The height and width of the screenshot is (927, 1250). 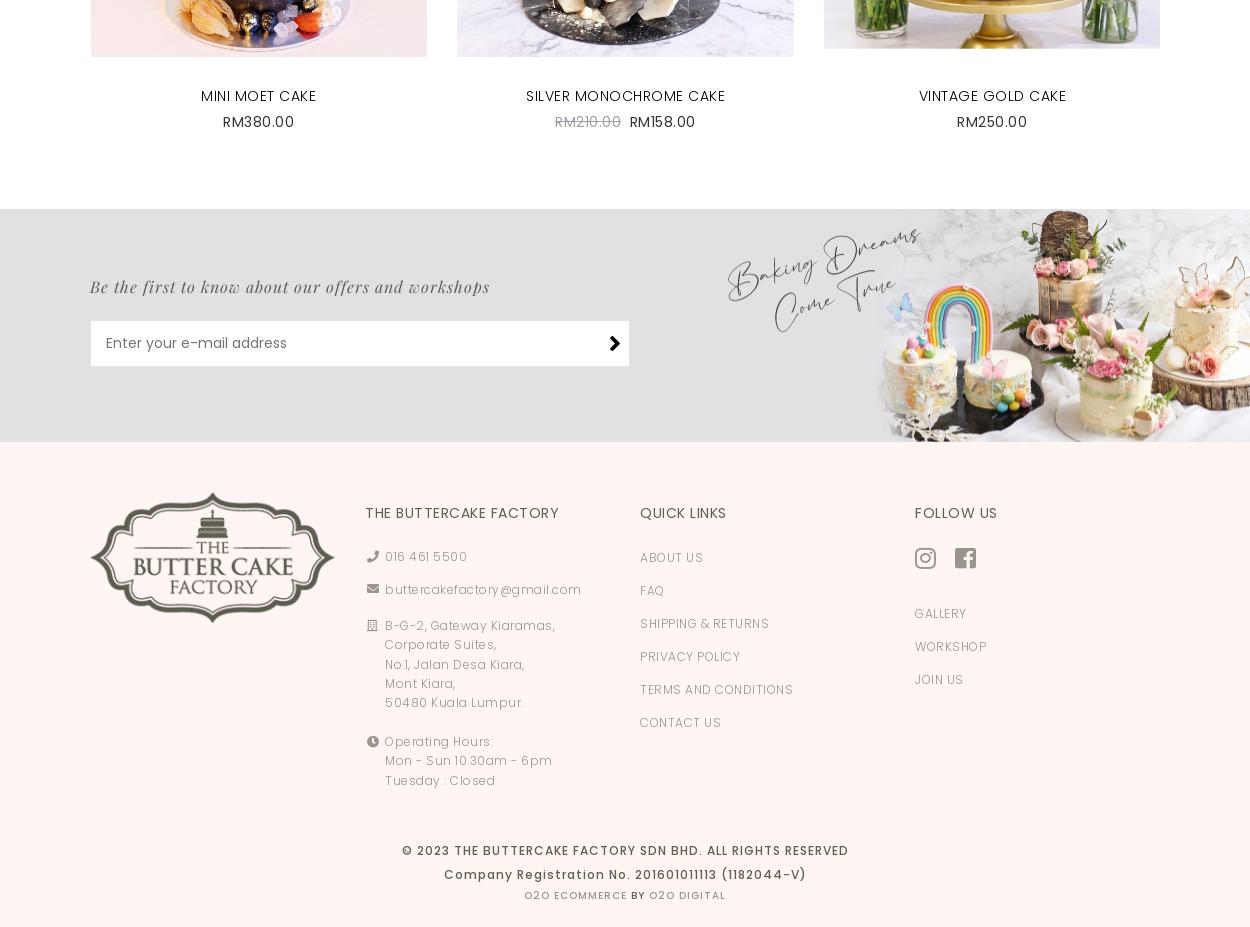 I want to click on 'Mon - Sun 10.30am - 6pm', so click(x=467, y=759).